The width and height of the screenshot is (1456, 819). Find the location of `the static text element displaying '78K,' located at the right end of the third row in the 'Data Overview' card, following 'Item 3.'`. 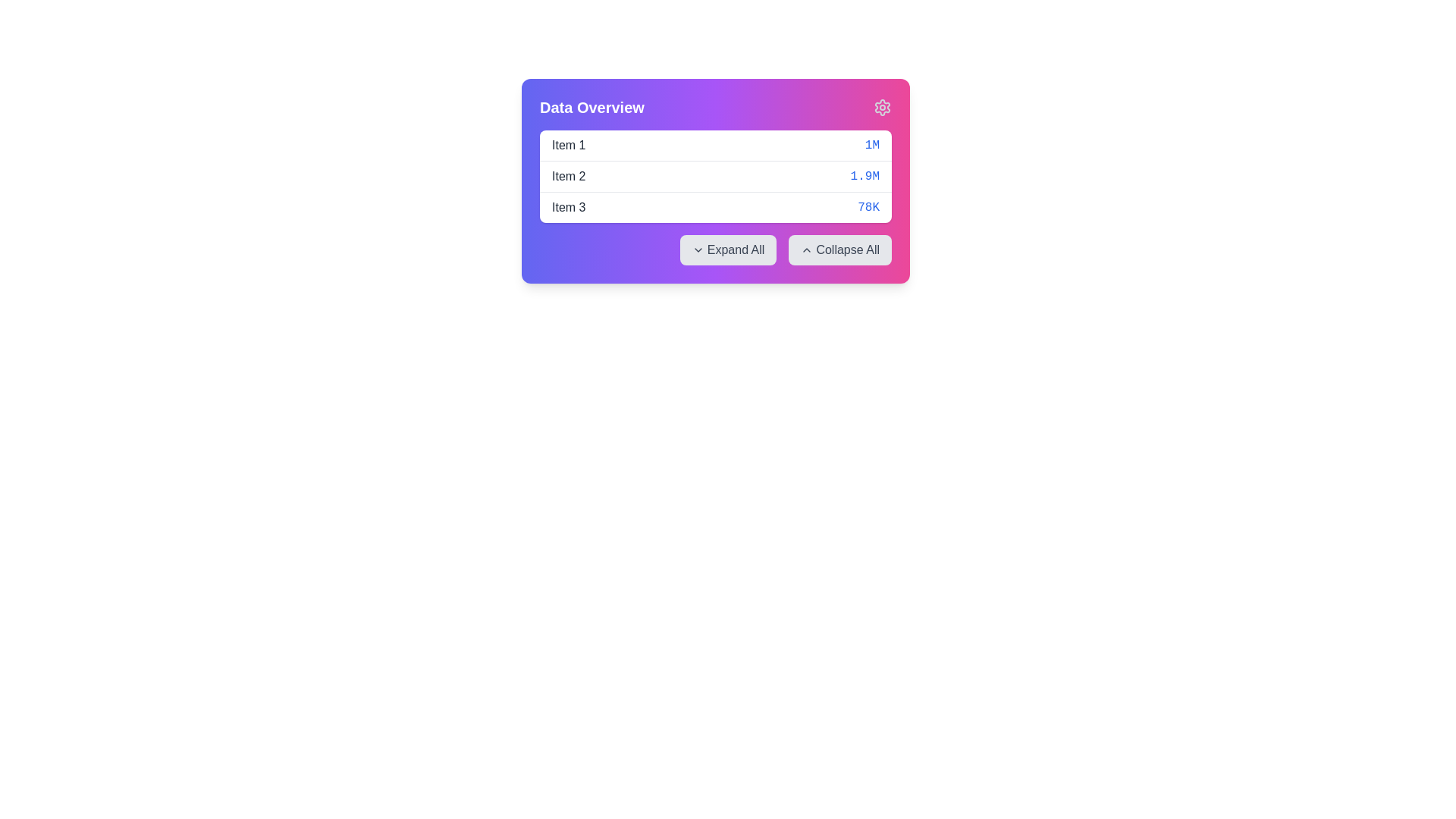

the static text element displaying '78K,' located at the right end of the third row in the 'Data Overview' card, following 'Item 3.' is located at coordinates (868, 207).